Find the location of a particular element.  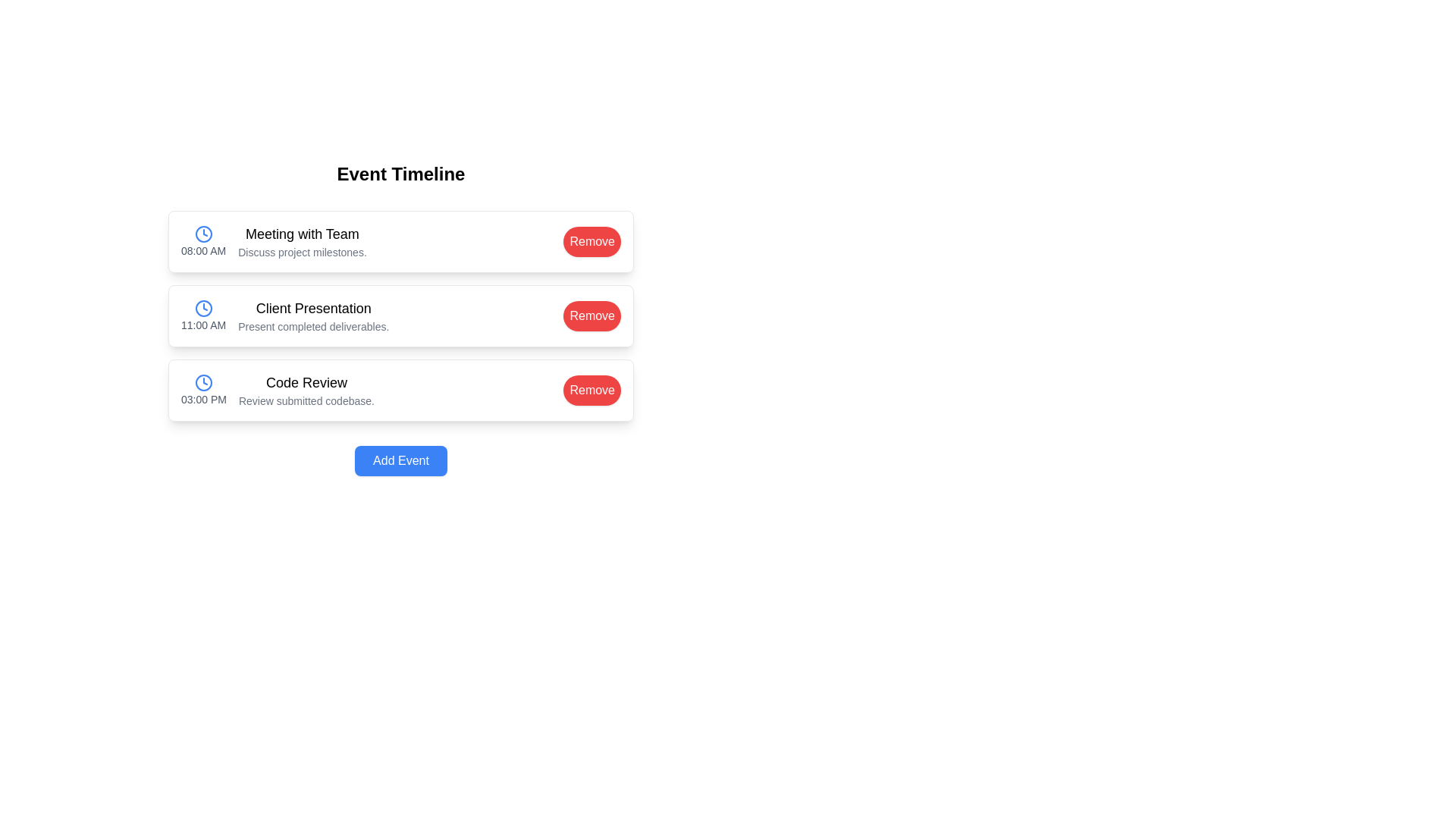

the button located below the last event in the 'Event Timeline' section is located at coordinates (400, 460).